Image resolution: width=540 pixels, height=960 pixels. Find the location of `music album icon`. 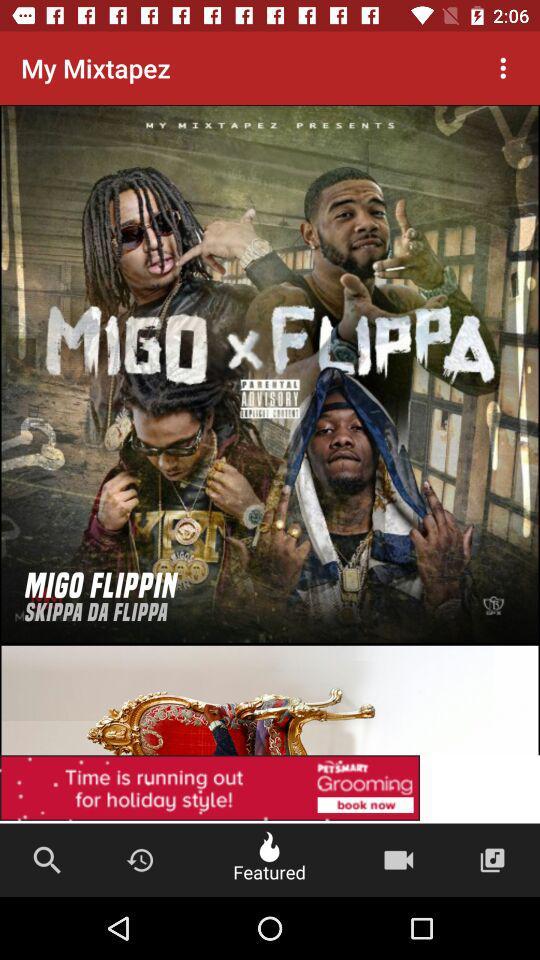

music album icon is located at coordinates (491, 859).